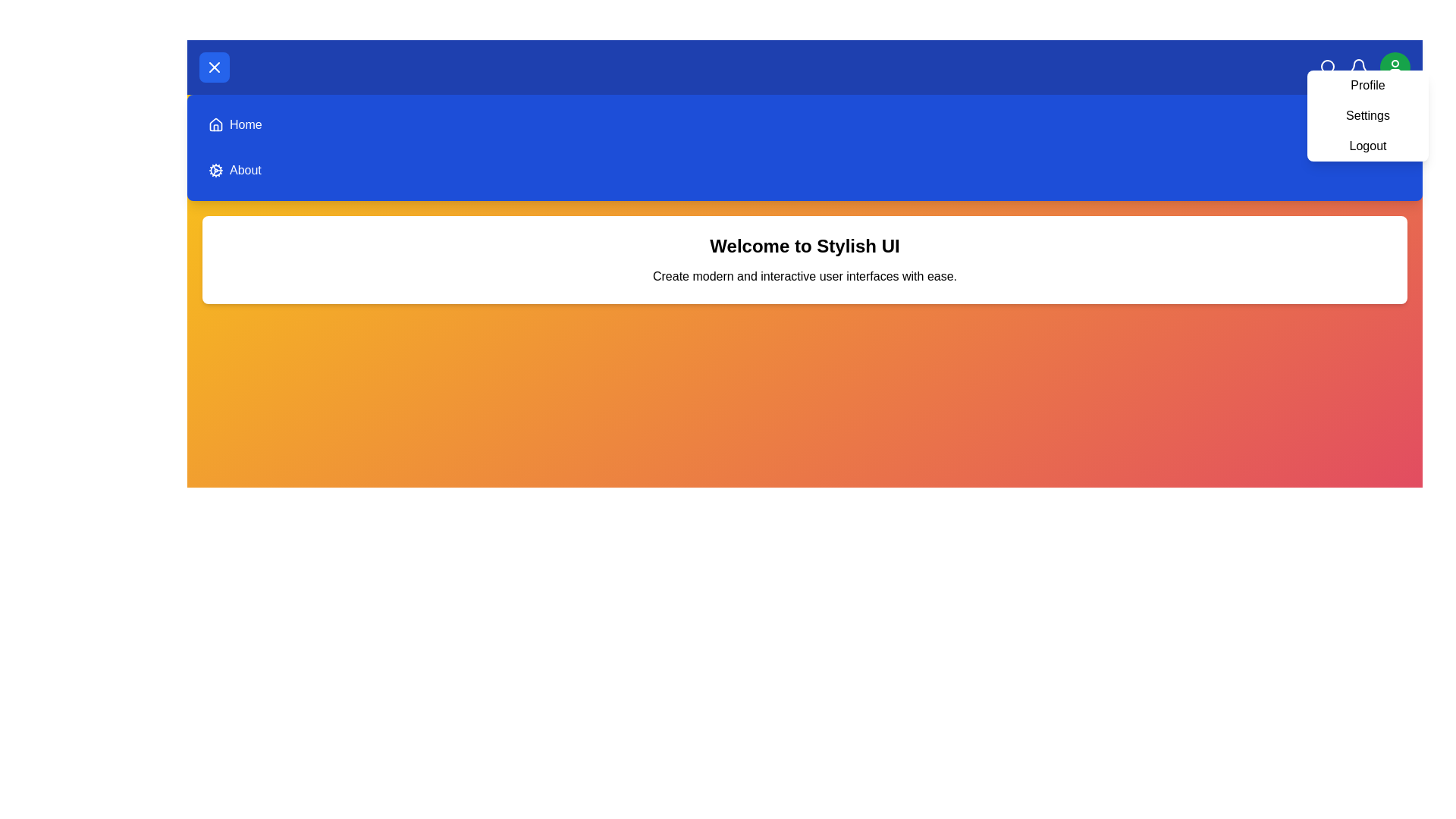  I want to click on the menu toggle button to toggle the main menu visibility, so click(214, 66).